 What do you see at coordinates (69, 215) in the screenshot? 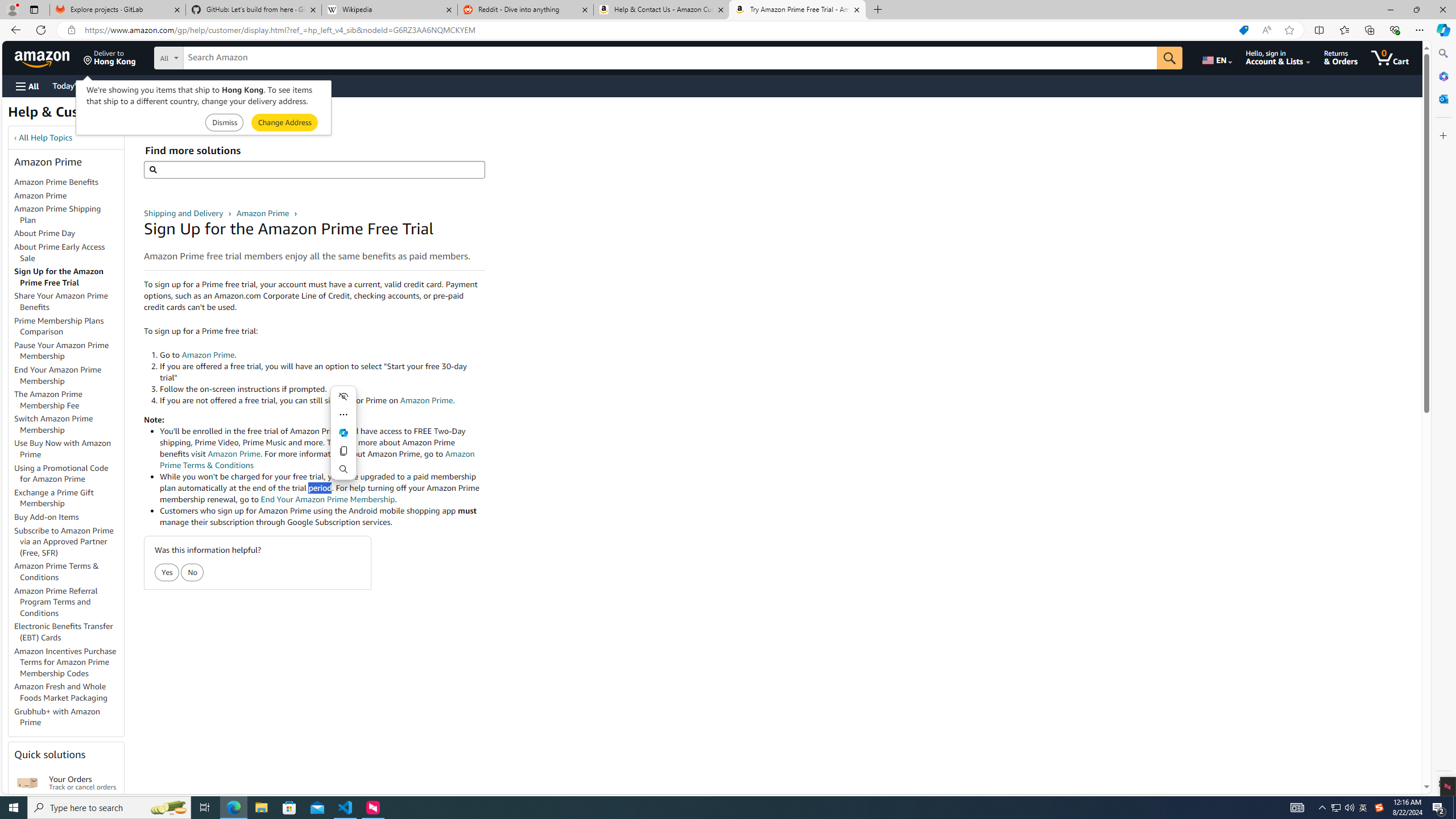
I see `'Amazon Prime Shipping Plan'` at bounding box center [69, 215].